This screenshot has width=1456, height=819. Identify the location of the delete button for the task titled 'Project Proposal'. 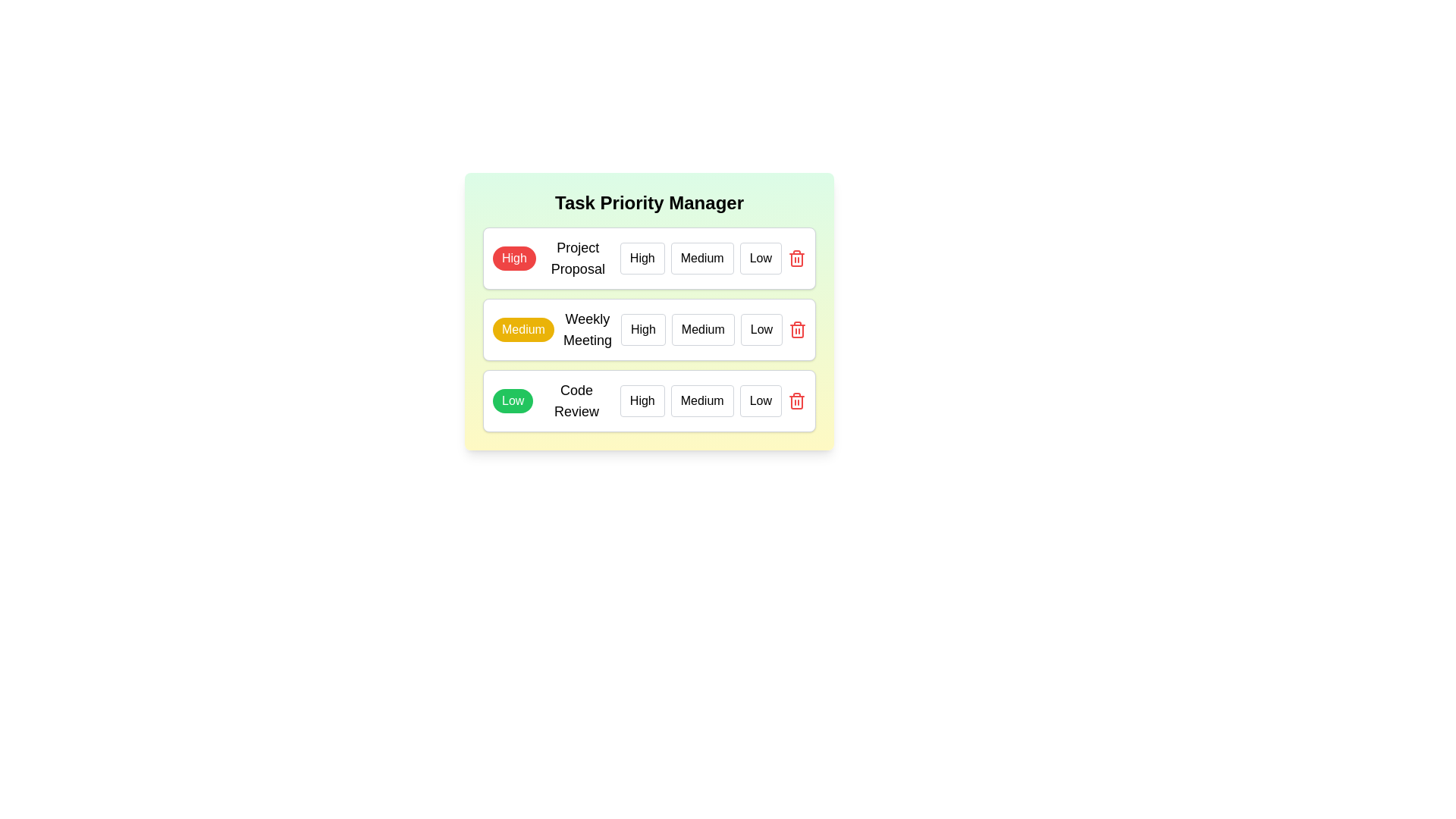
(796, 257).